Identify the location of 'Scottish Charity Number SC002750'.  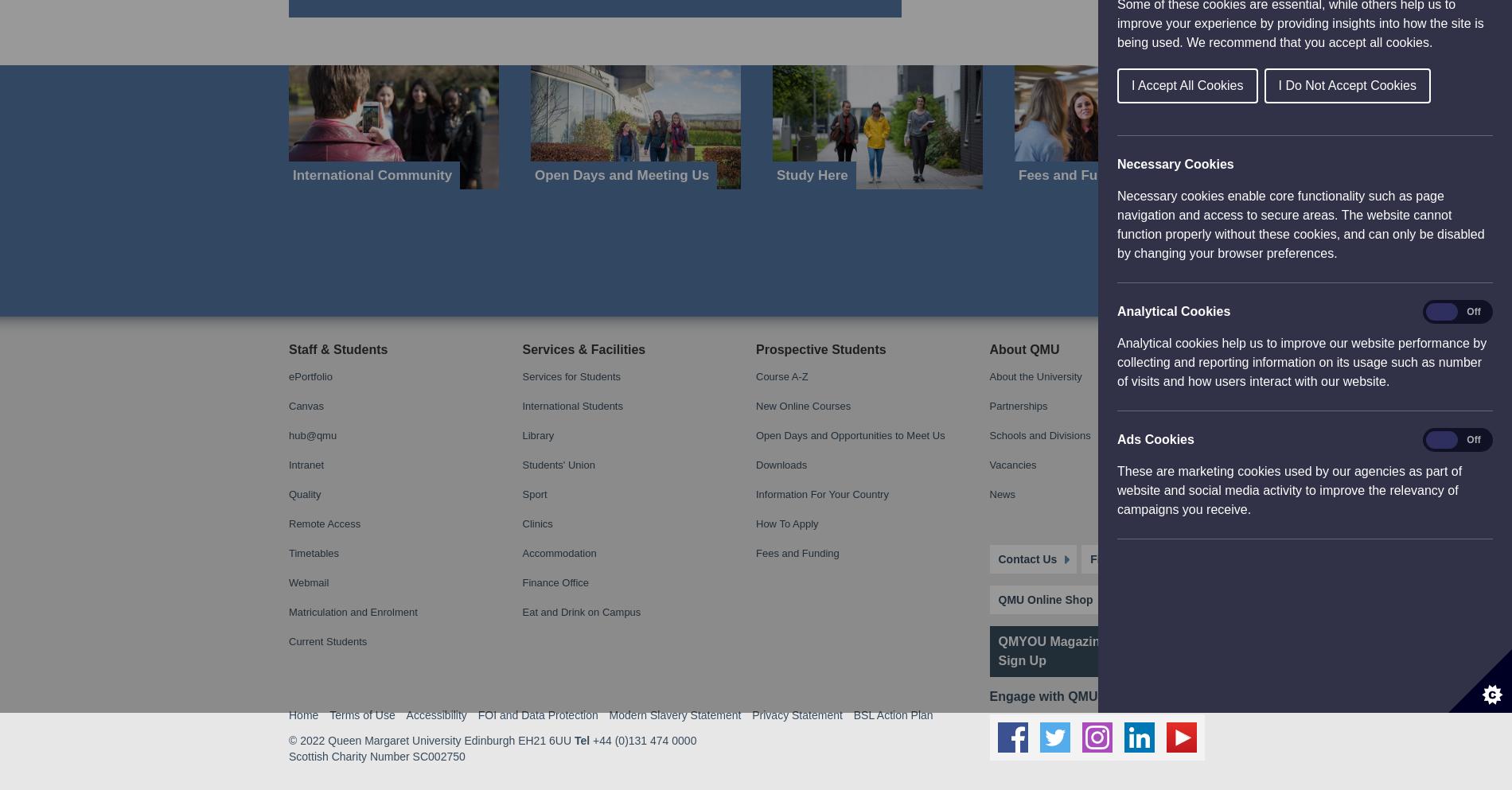
(376, 48).